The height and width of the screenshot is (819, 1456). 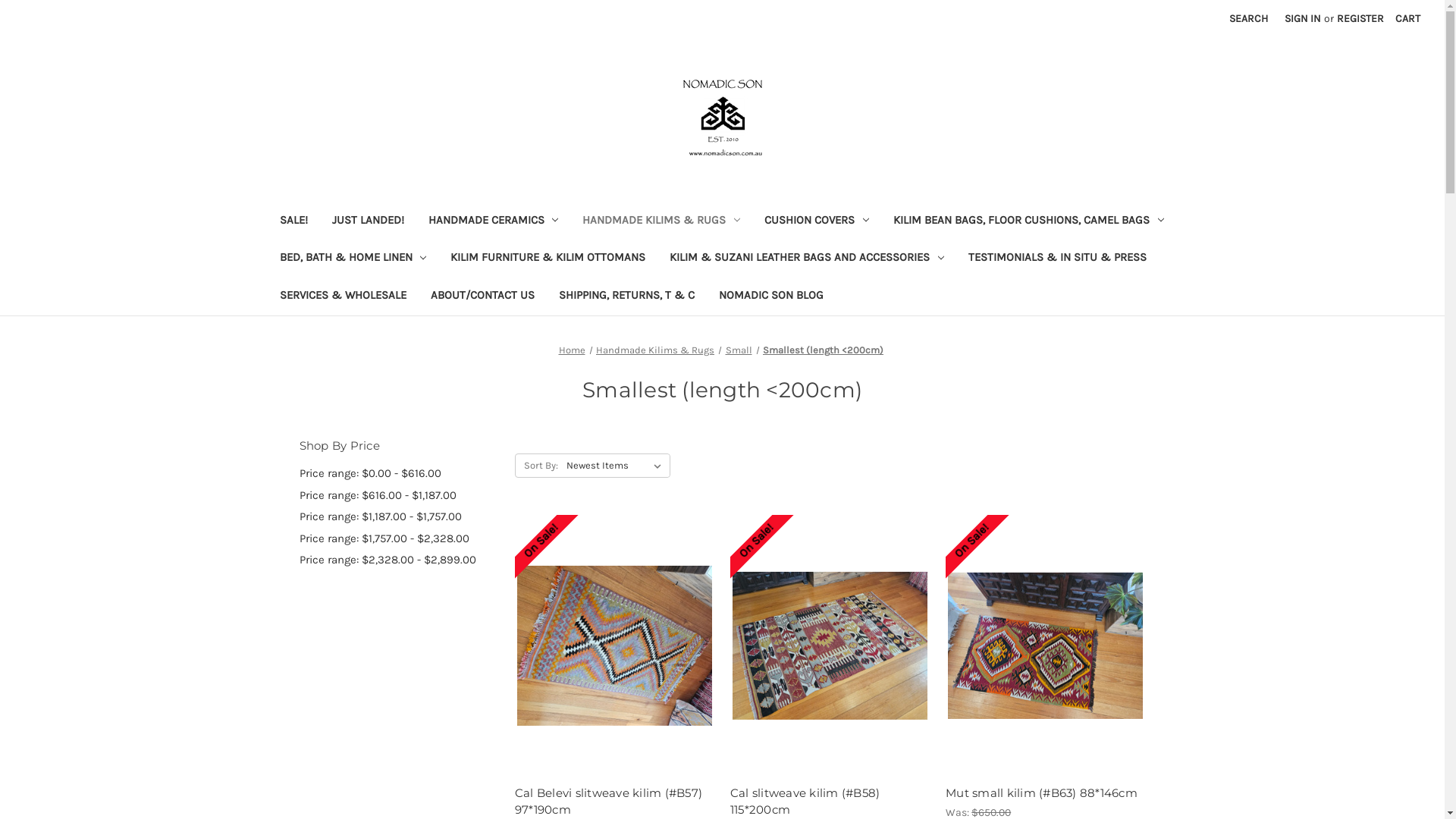 What do you see at coordinates (492, 221) in the screenshot?
I see `'HANDMADE CERAMICS'` at bounding box center [492, 221].